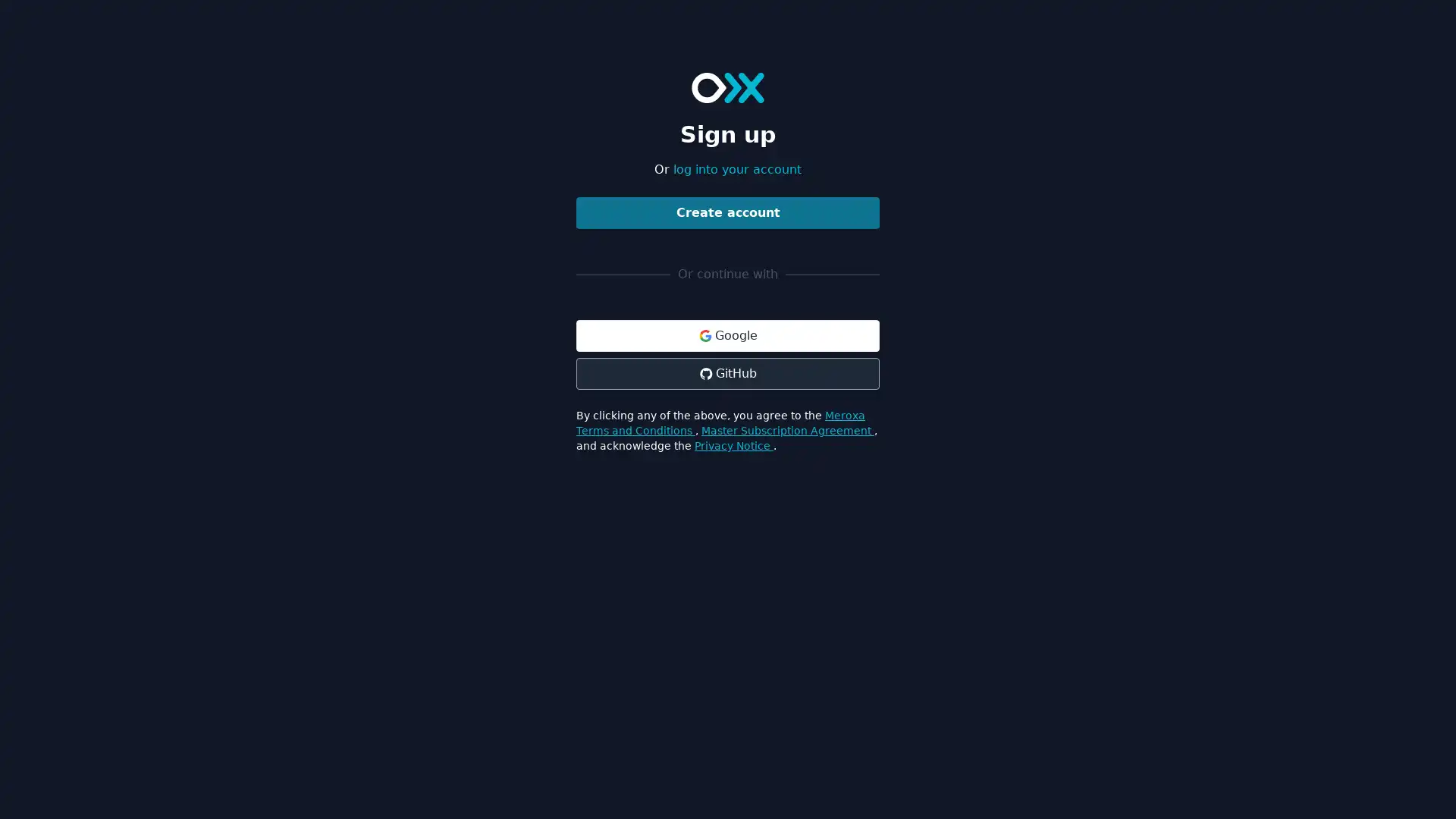 This screenshot has width=1456, height=819. Describe the element at coordinates (728, 213) in the screenshot. I see `Create account` at that location.